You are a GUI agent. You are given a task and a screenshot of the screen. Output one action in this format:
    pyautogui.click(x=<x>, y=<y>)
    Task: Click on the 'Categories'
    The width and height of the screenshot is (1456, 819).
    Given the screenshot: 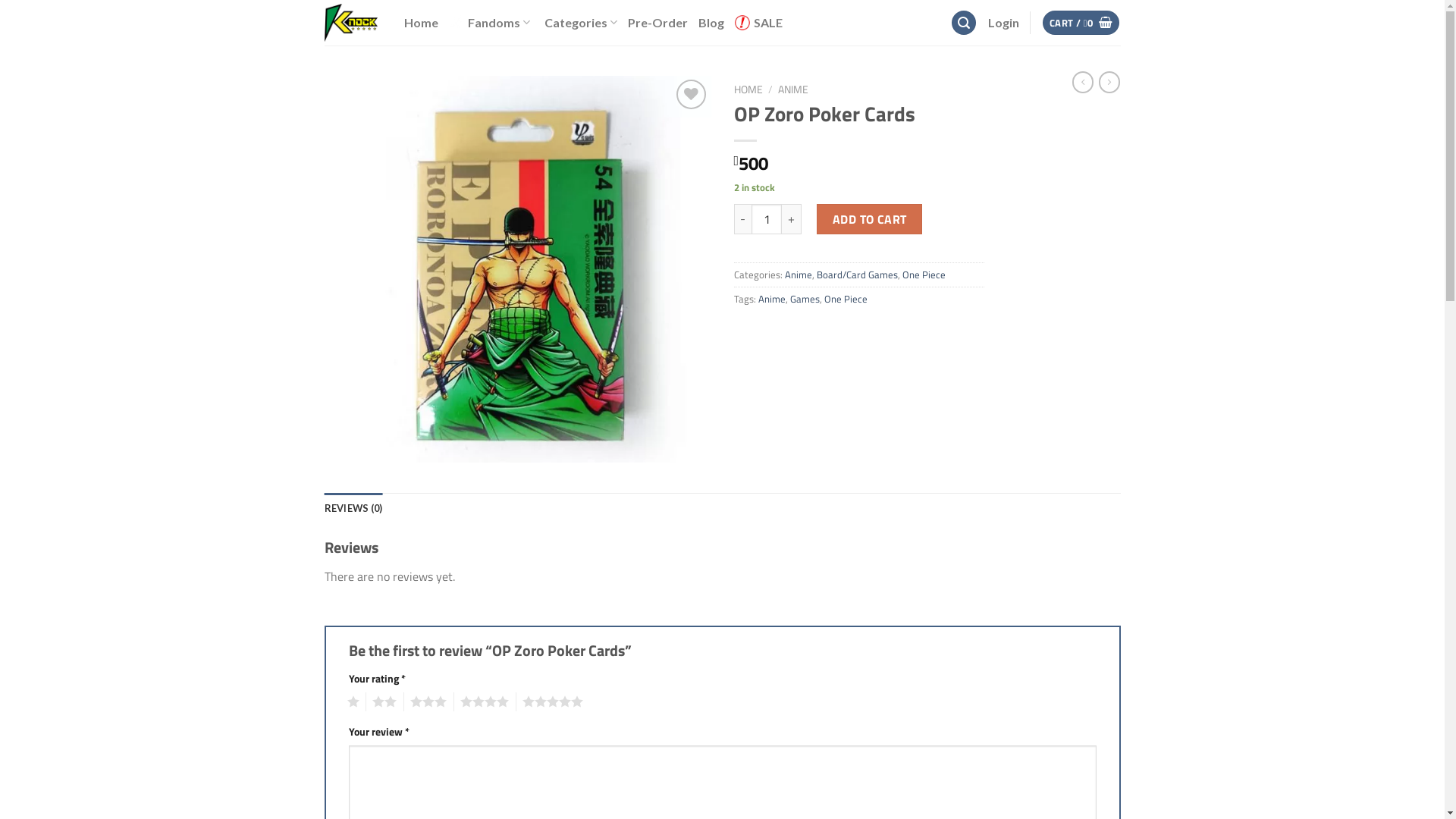 What is the action you would take?
    pyautogui.click(x=544, y=22)
    